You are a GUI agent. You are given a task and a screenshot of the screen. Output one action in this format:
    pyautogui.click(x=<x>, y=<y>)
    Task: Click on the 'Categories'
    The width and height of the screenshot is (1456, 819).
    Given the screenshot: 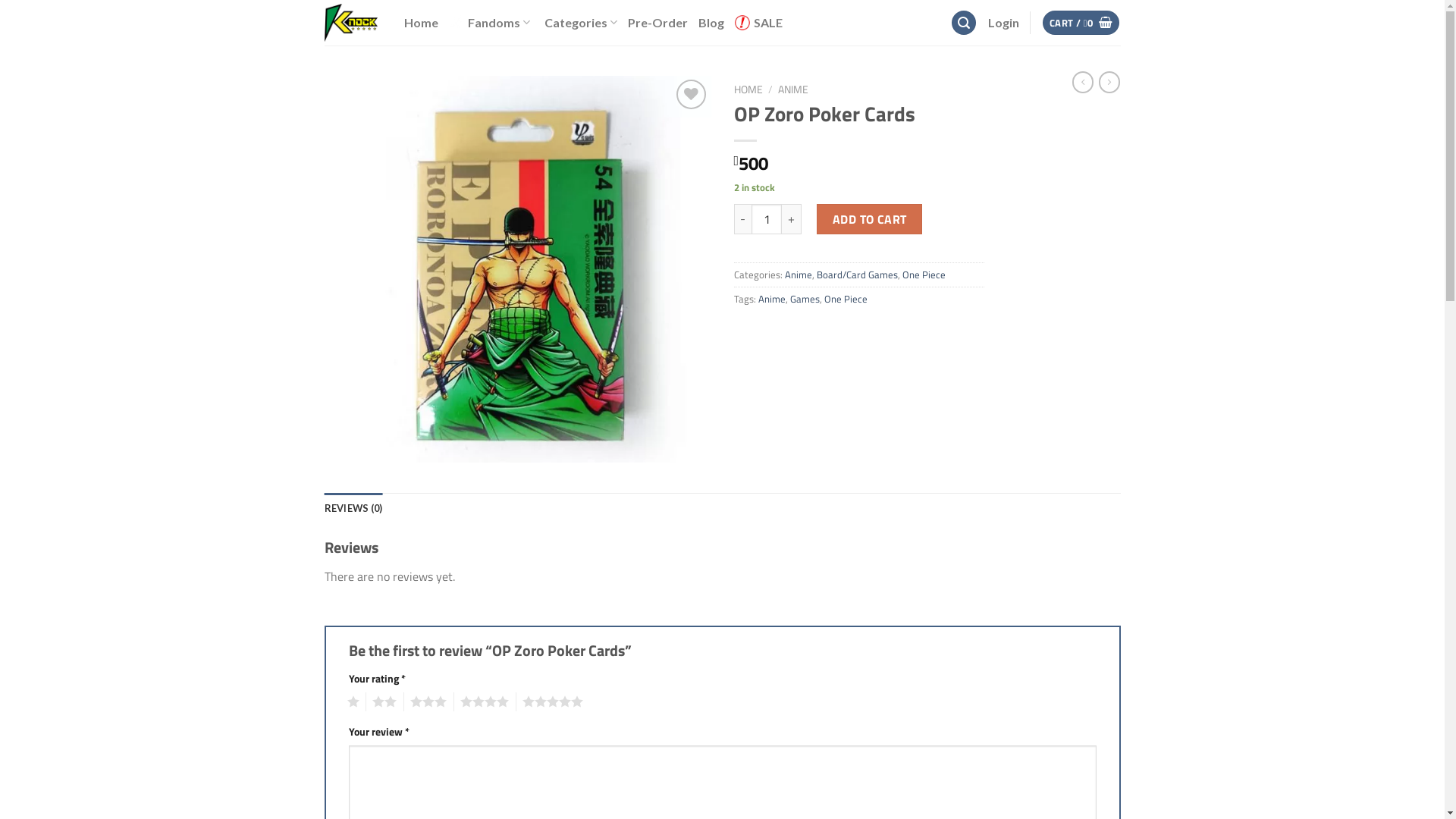 What is the action you would take?
    pyautogui.click(x=544, y=22)
    